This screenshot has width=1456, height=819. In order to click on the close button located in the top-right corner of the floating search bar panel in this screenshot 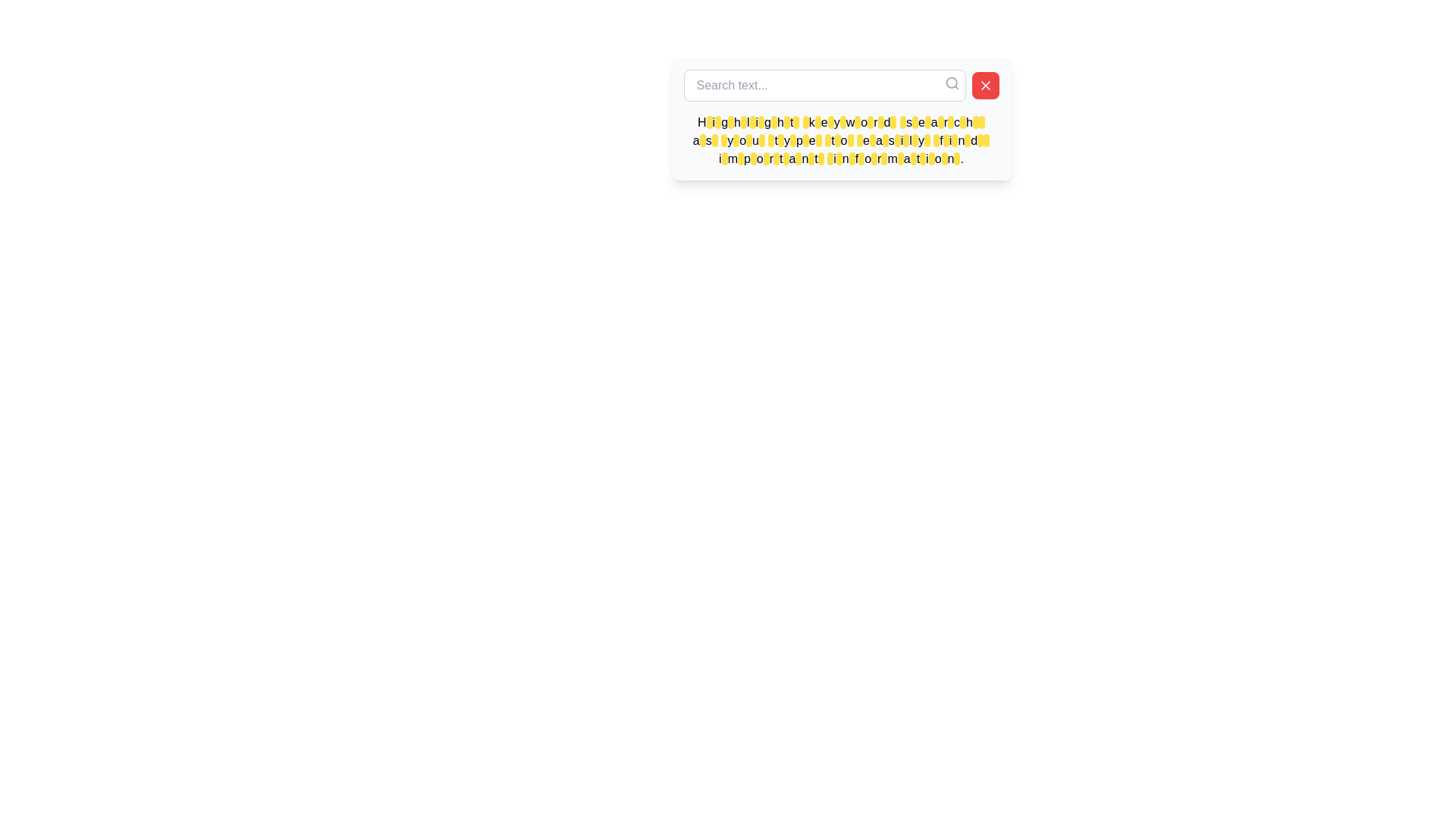, I will do `click(985, 85)`.